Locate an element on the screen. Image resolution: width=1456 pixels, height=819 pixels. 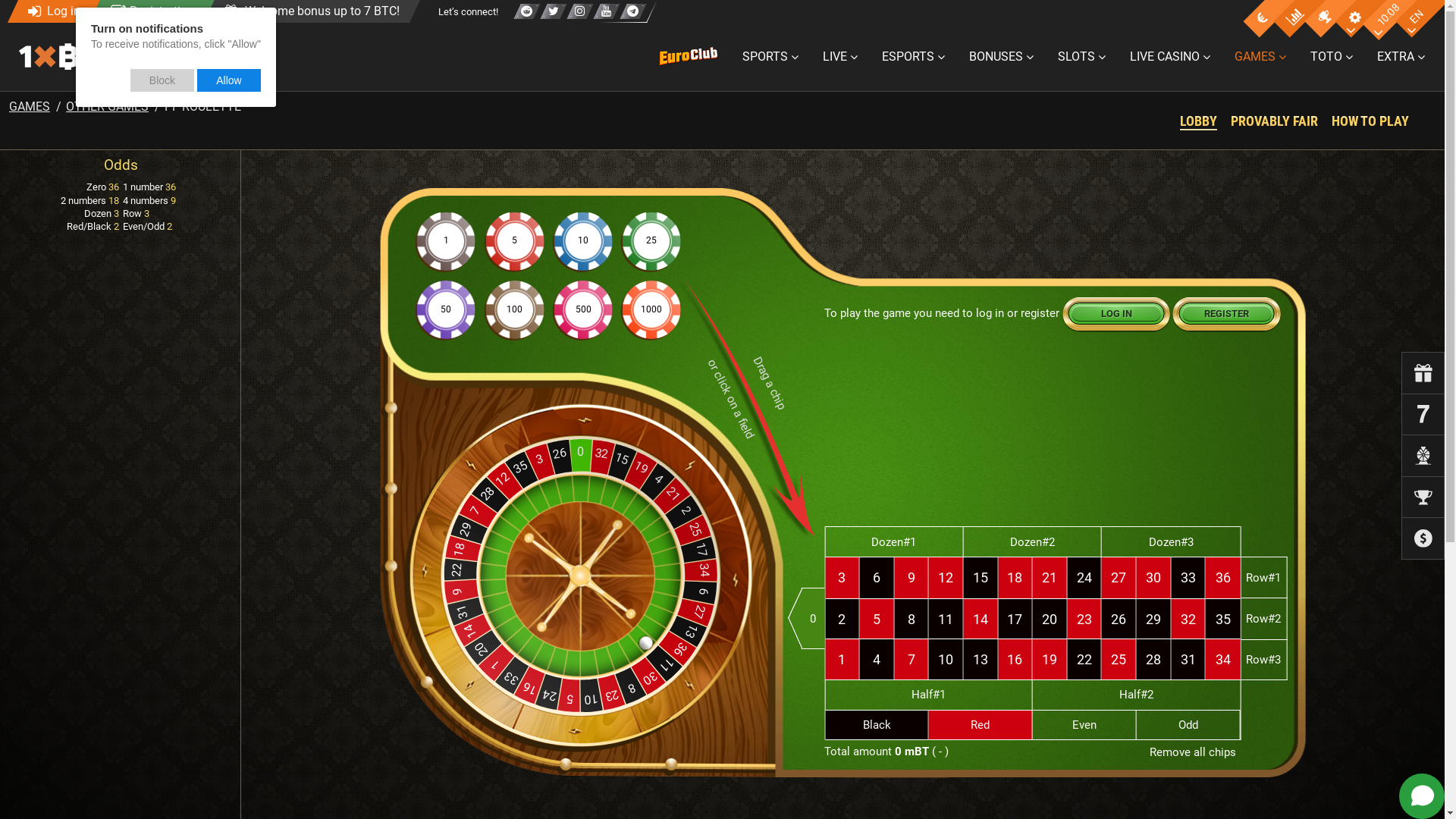
'BONUSES' is located at coordinates (1001, 55).